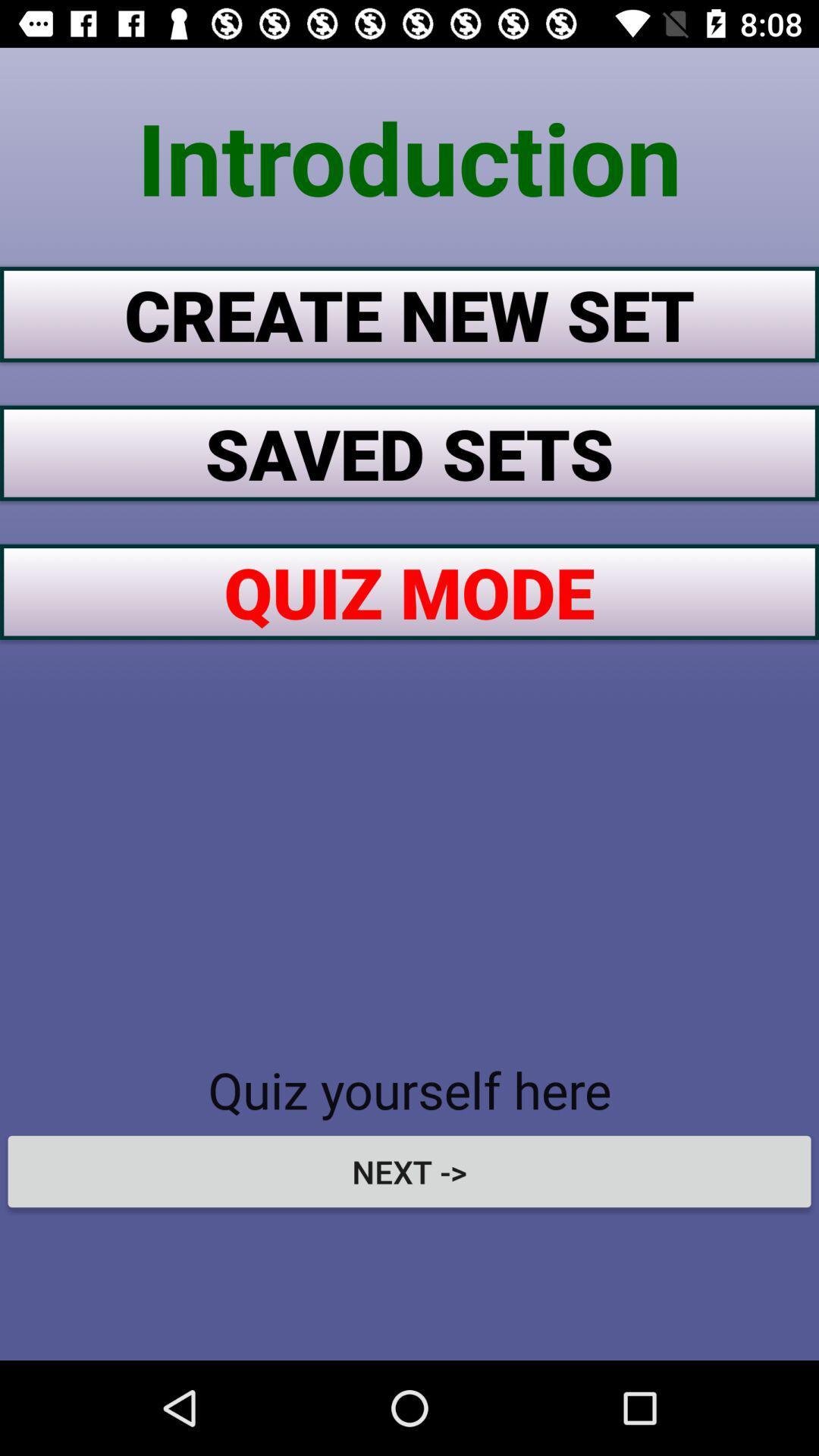 The image size is (819, 1456). I want to click on saved sets, so click(409, 452).